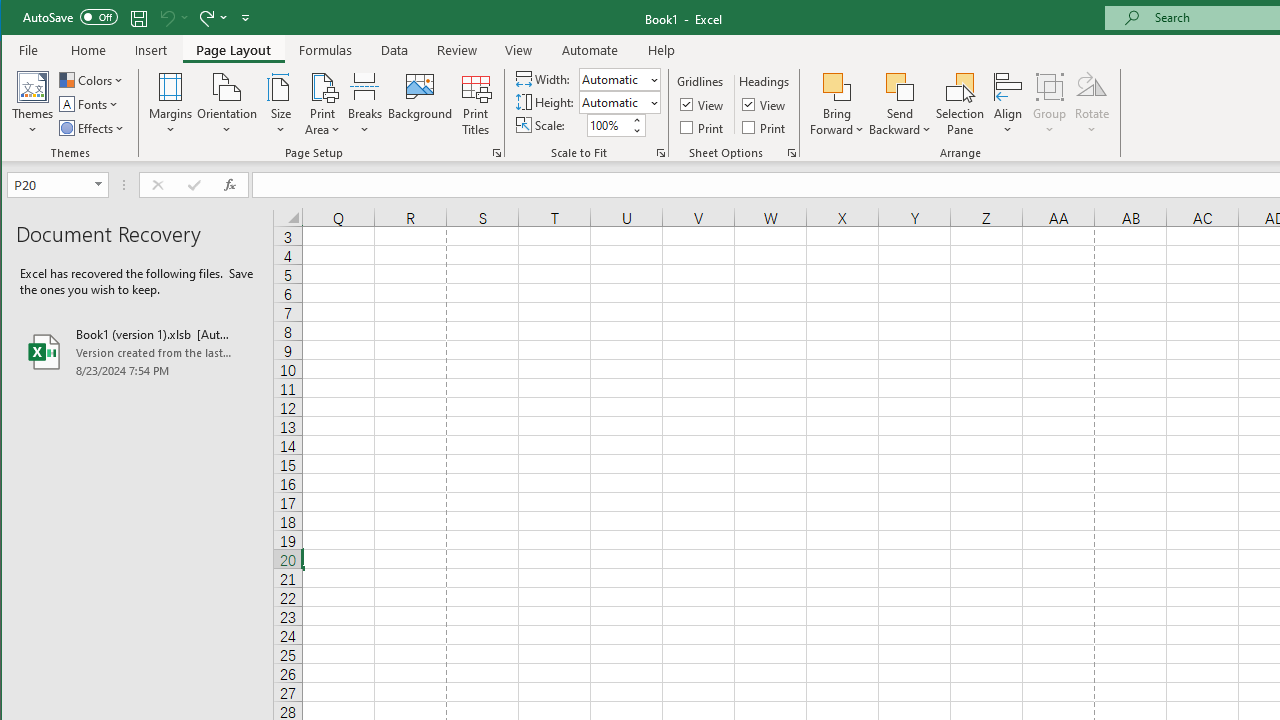  What do you see at coordinates (612, 102) in the screenshot?
I see `'Height'` at bounding box center [612, 102].